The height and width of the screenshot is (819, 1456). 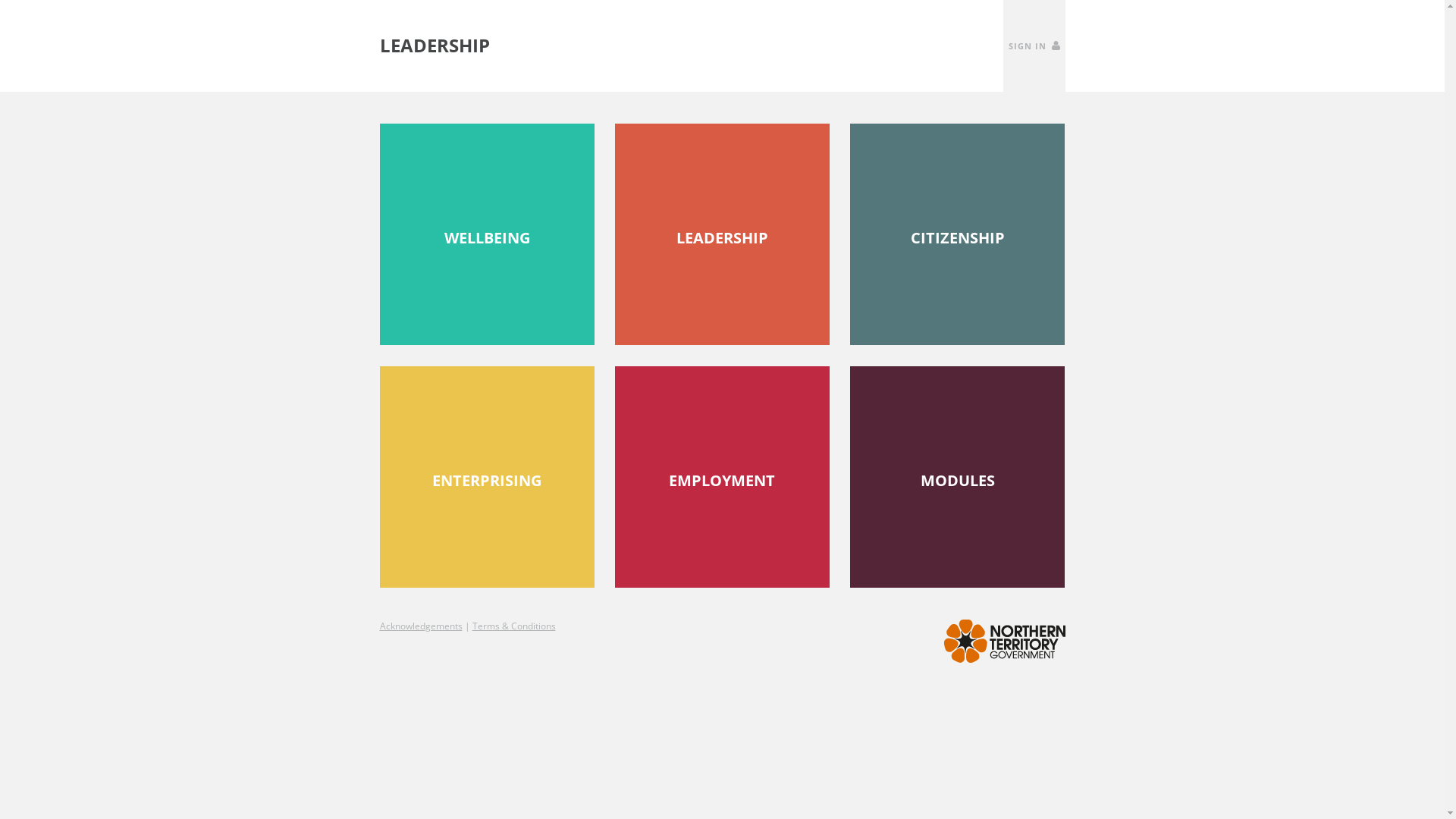 What do you see at coordinates (513, 626) in the screenshot?
I see `'Terms & Conditions'` at bounding box center [513, 626].